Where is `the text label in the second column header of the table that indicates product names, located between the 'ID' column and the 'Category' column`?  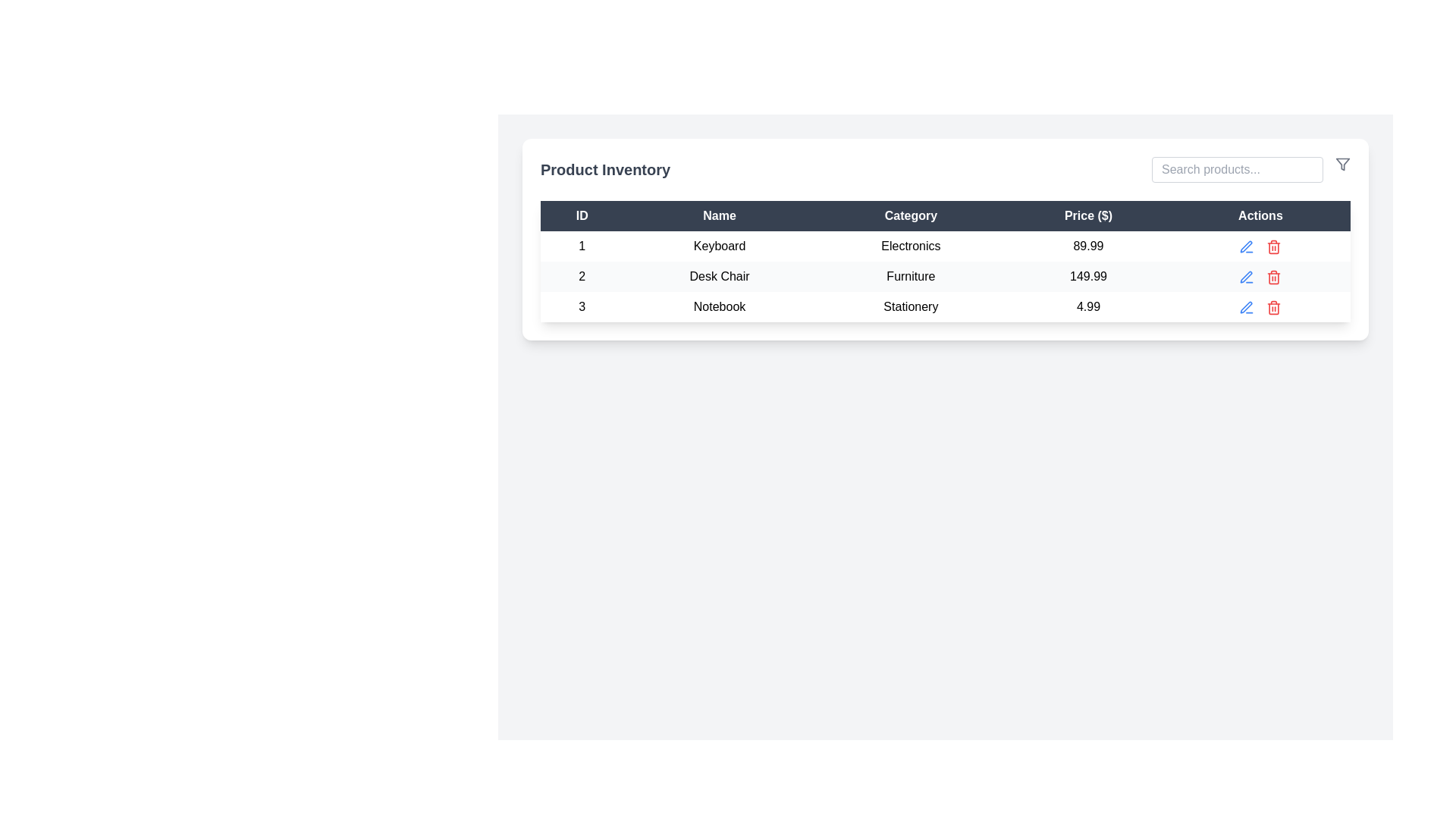 the text label in the second column header of the table that indicates product names, located between the 'ID' column and the 'Category' column is located at coordinates (719, 216).